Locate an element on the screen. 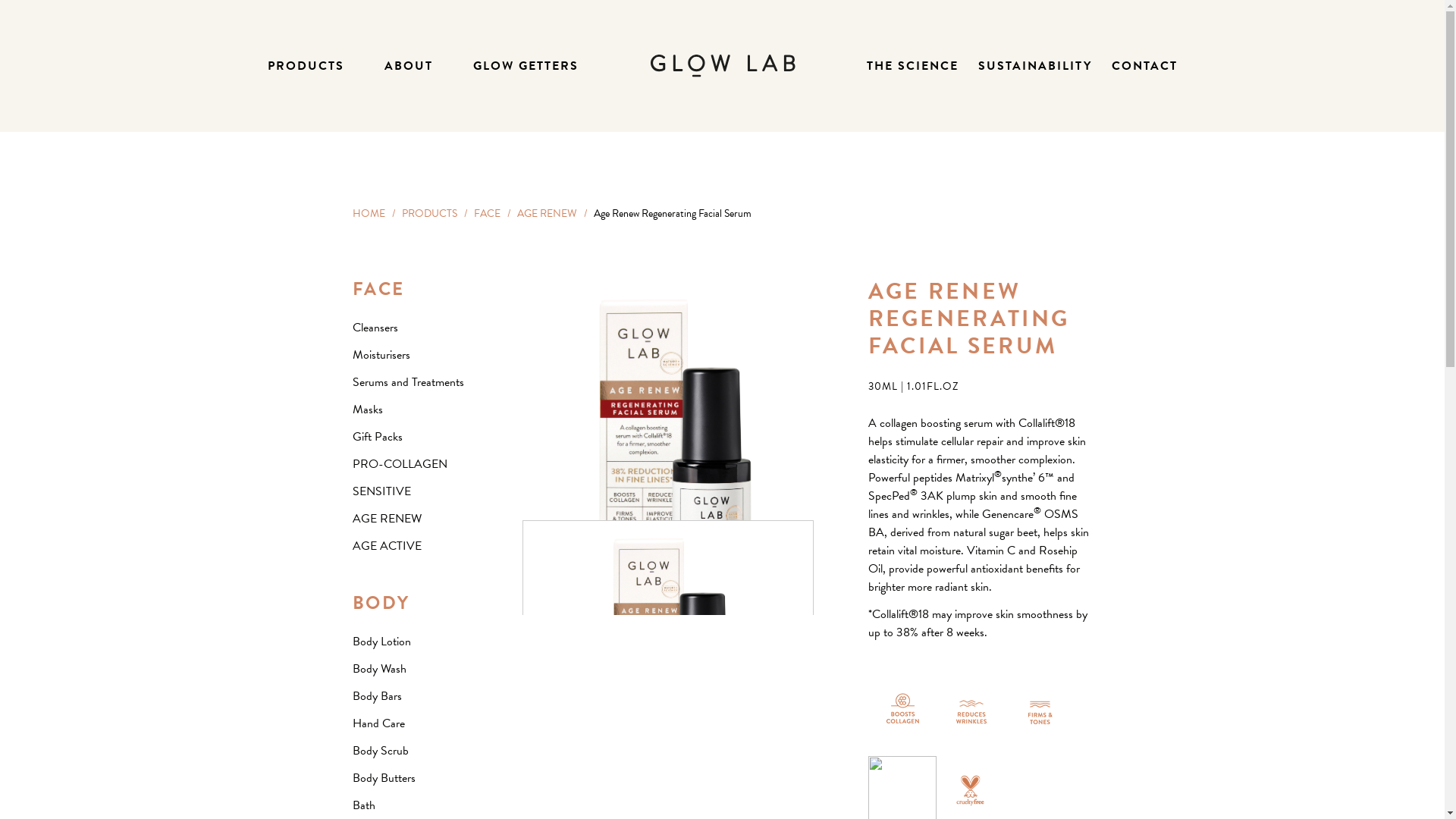 The image size is (1456, 819). 'GLOW GETTERS' is located at coordinates (526, 65).